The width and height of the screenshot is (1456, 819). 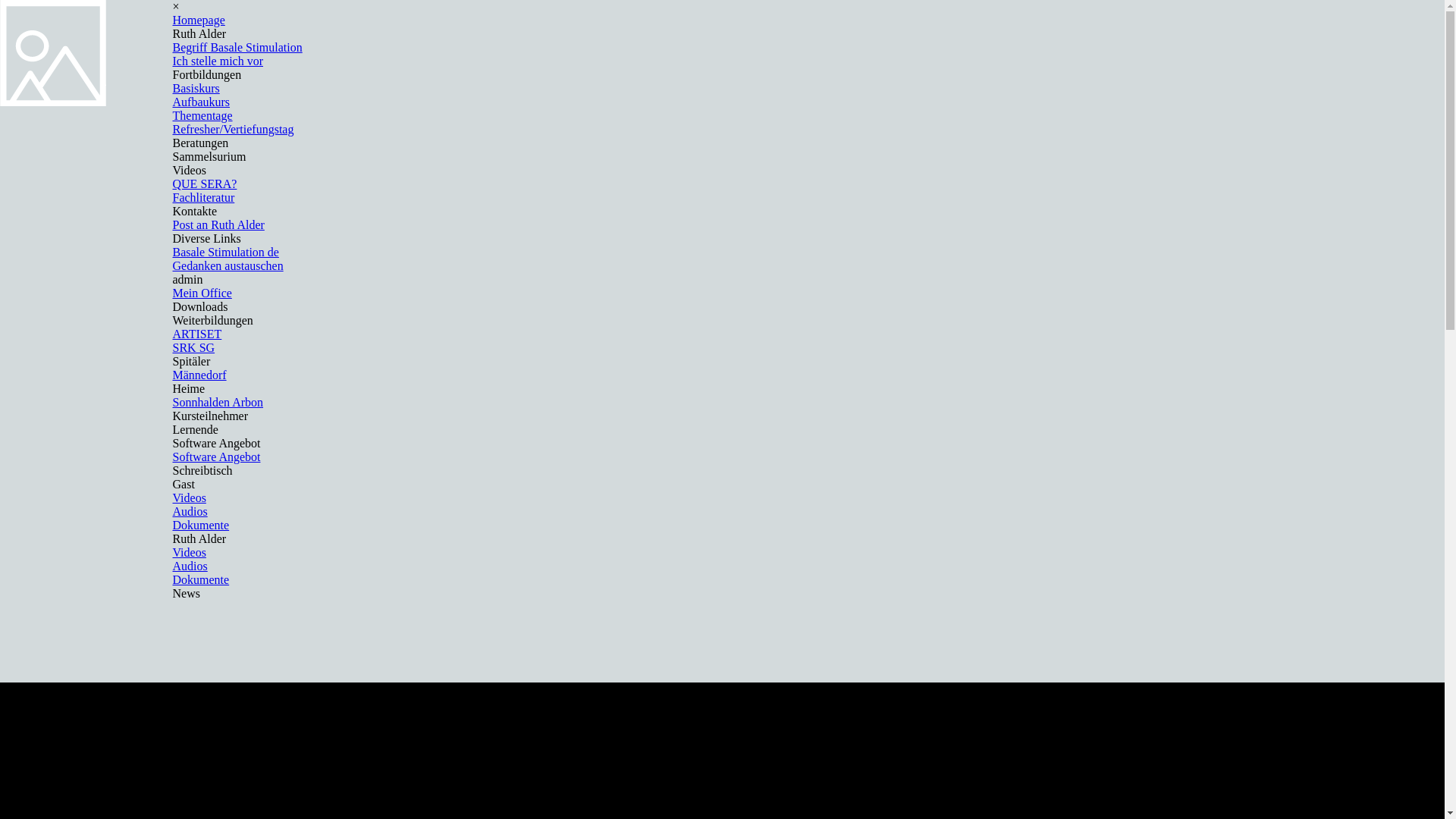 What do you see at coordinates (202, 293) in the screenshot?
I see `'Mein Office'` at bounding box center [202, 293].